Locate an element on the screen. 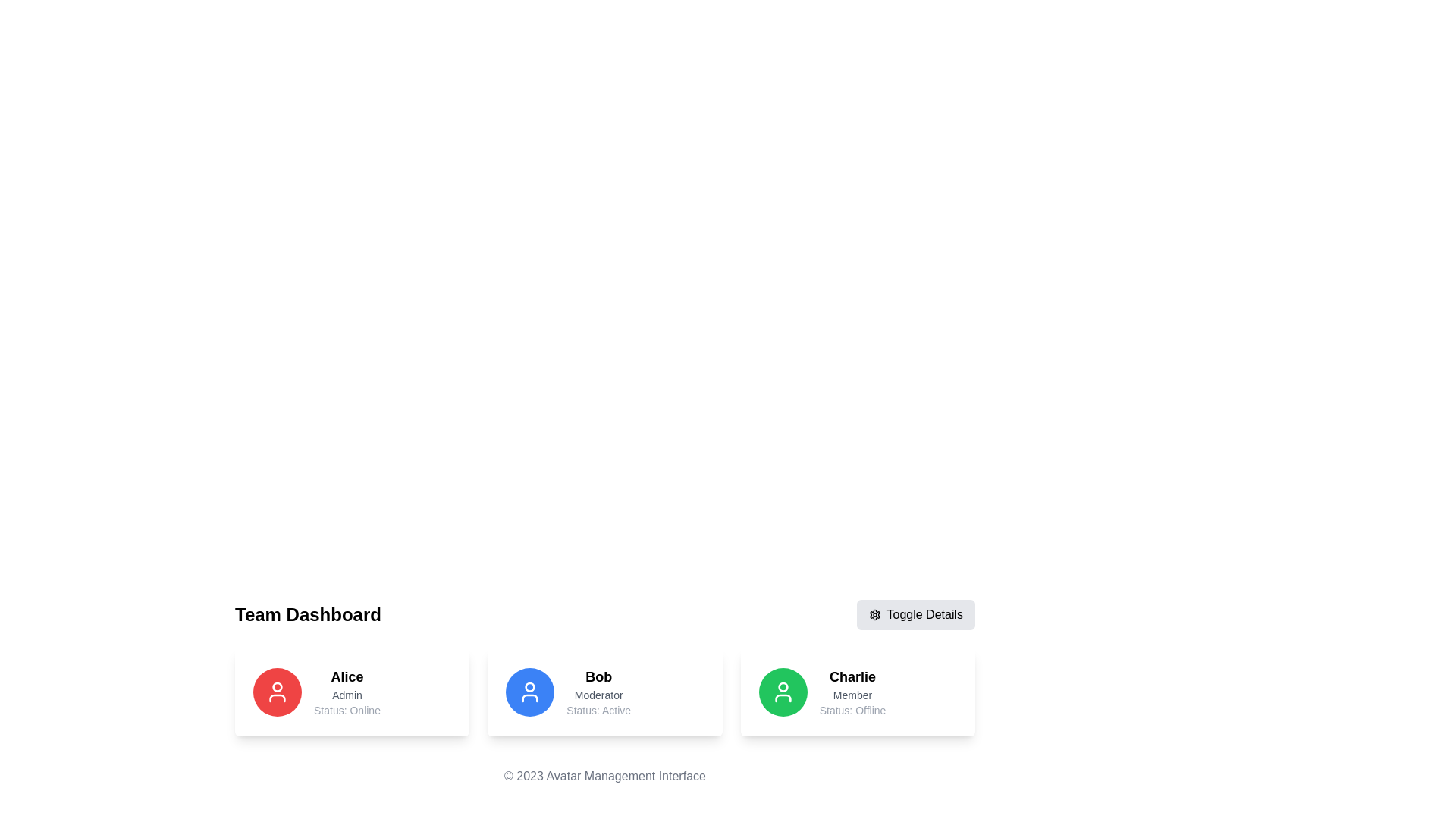 The width and height of the screenshot is (1456, 819). text content from the Text Content Block displaying 'Charlie', 'Member', and 'Status: Offline', which is located on the far right of a series of three cards is located at coordinates (852, 692).